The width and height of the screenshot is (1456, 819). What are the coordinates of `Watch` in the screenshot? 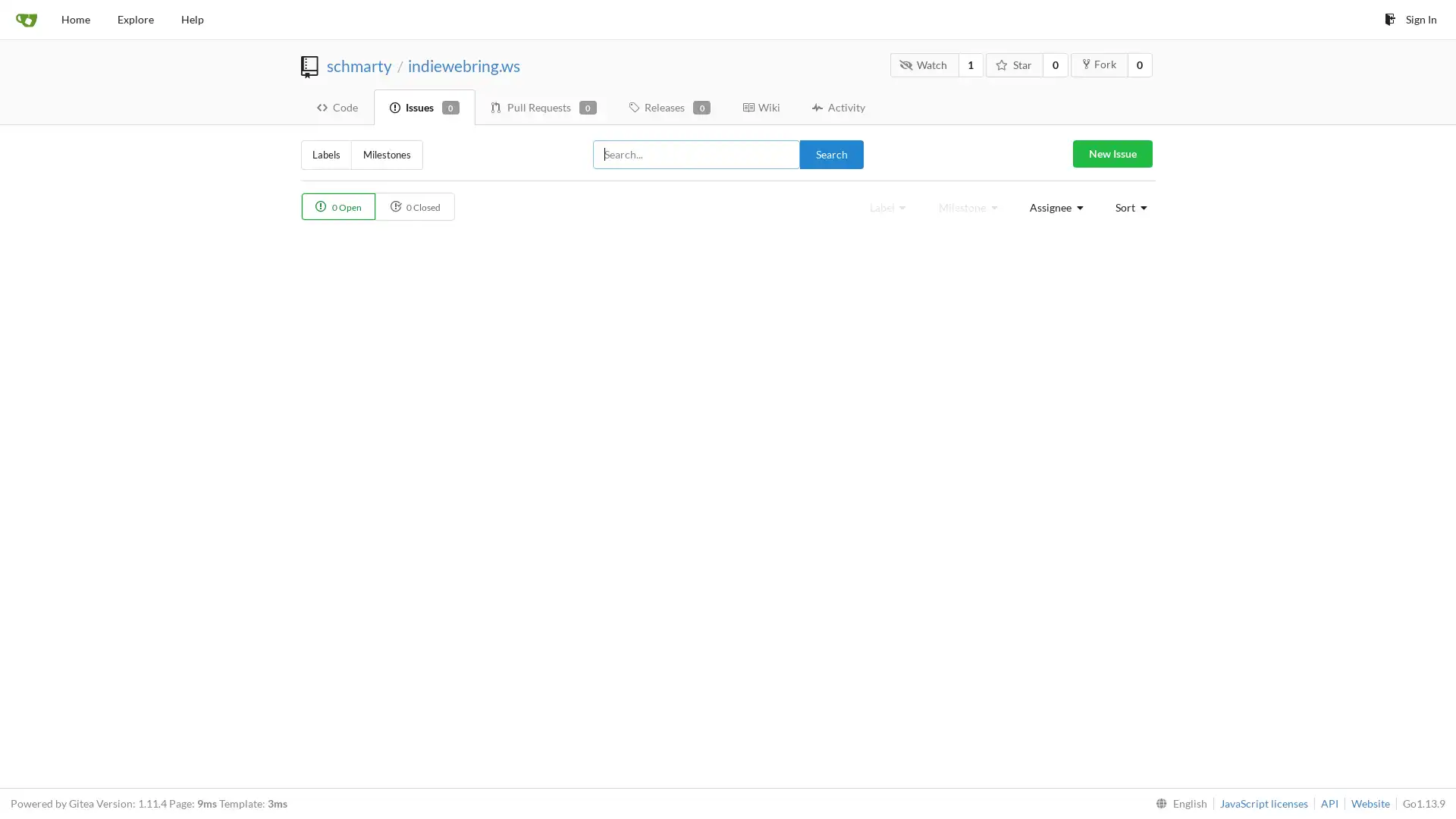 It's located at (923, 64).